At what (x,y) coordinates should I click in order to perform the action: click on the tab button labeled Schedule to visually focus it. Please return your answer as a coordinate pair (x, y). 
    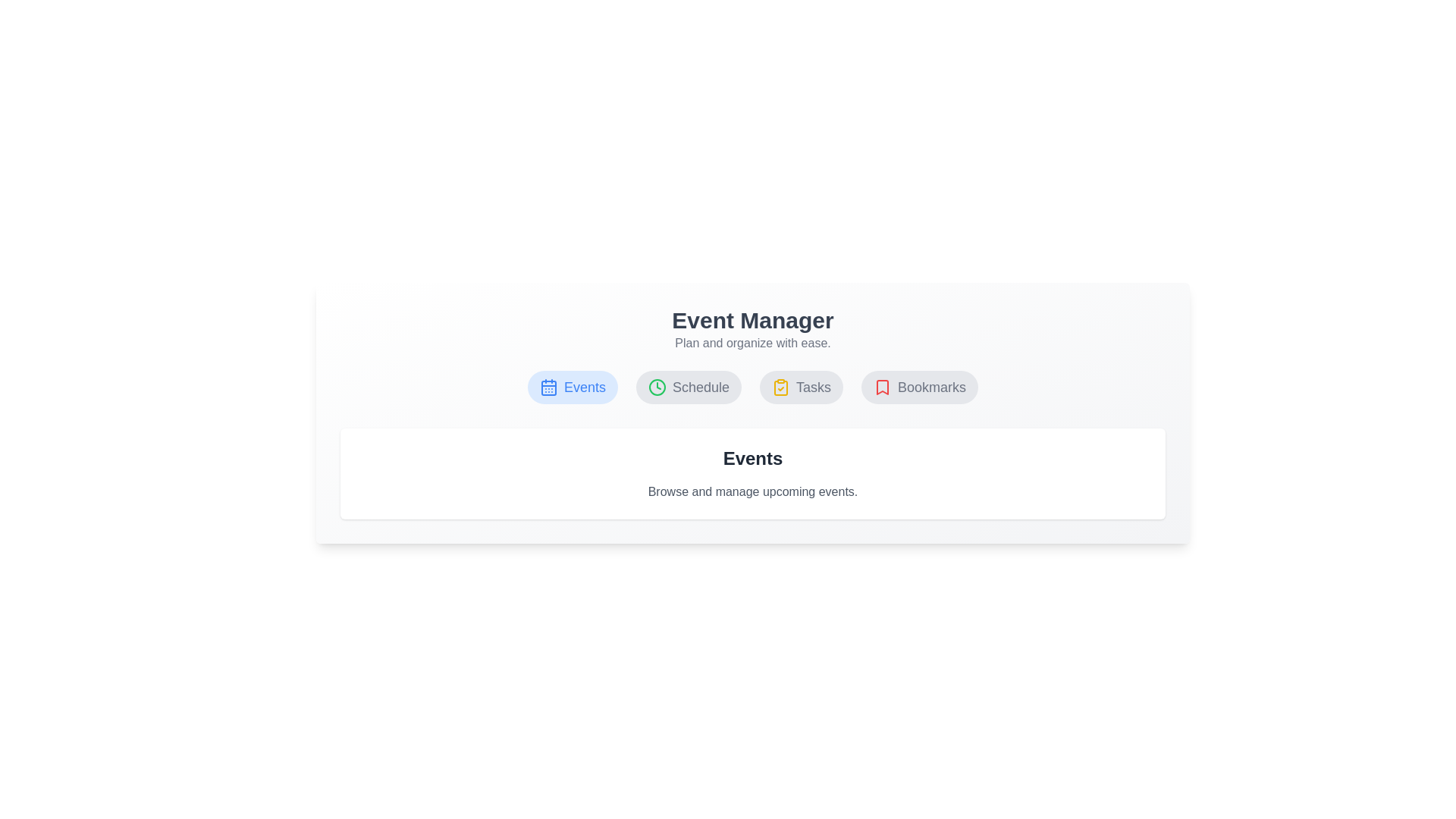
    Looking at the image, I should click on (687, 386).